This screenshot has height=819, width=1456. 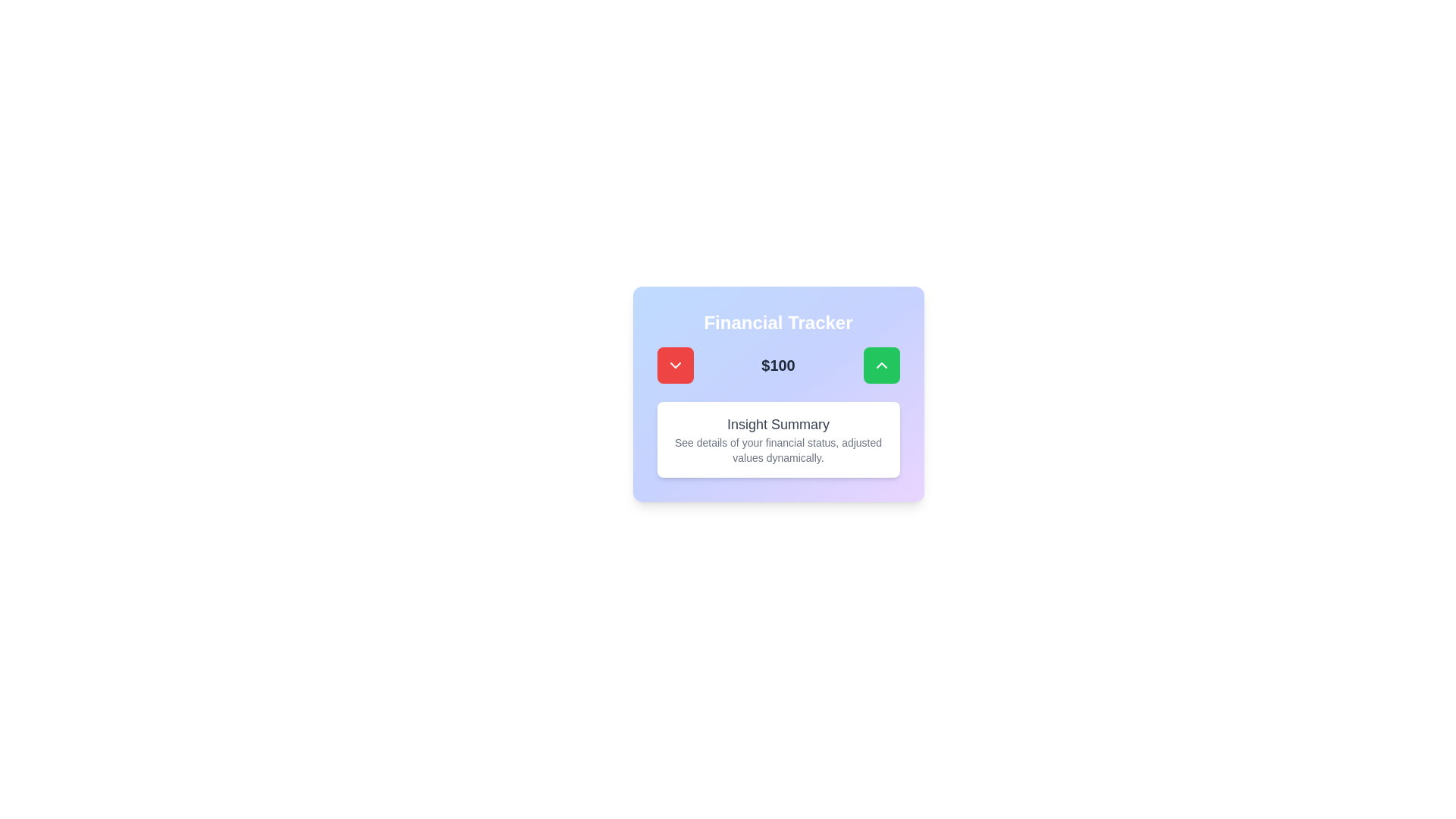 I want to click on the Static text component that provides additional explanatory information about financial insights, located beneath the 'Insight Summary' heading within a card-like section, so click(x=778, y=450).